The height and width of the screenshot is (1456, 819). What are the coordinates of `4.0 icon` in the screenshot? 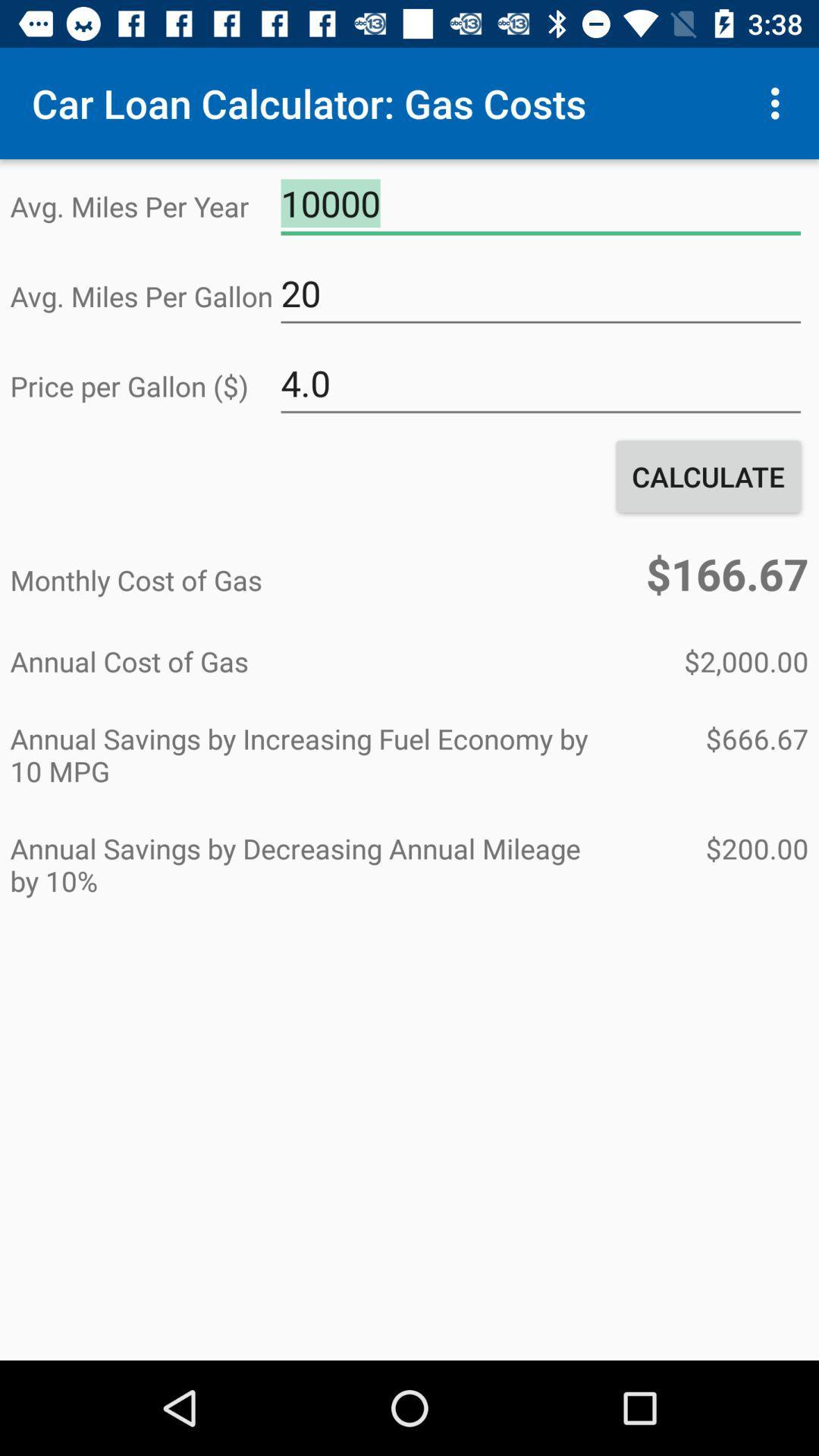 It's located at (540, 384).